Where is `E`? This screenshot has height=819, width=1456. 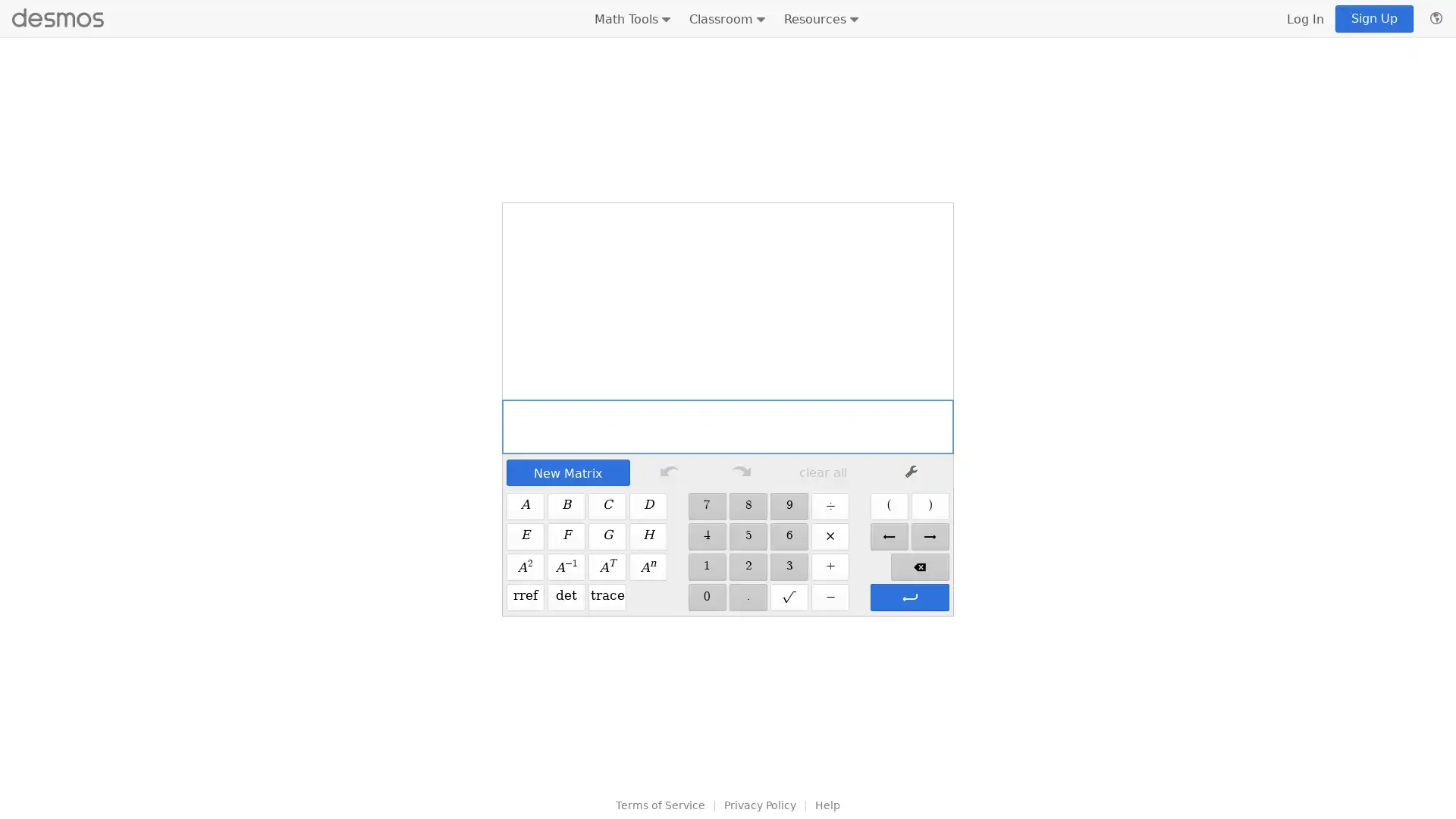 E is located at coordinates (525, 536).